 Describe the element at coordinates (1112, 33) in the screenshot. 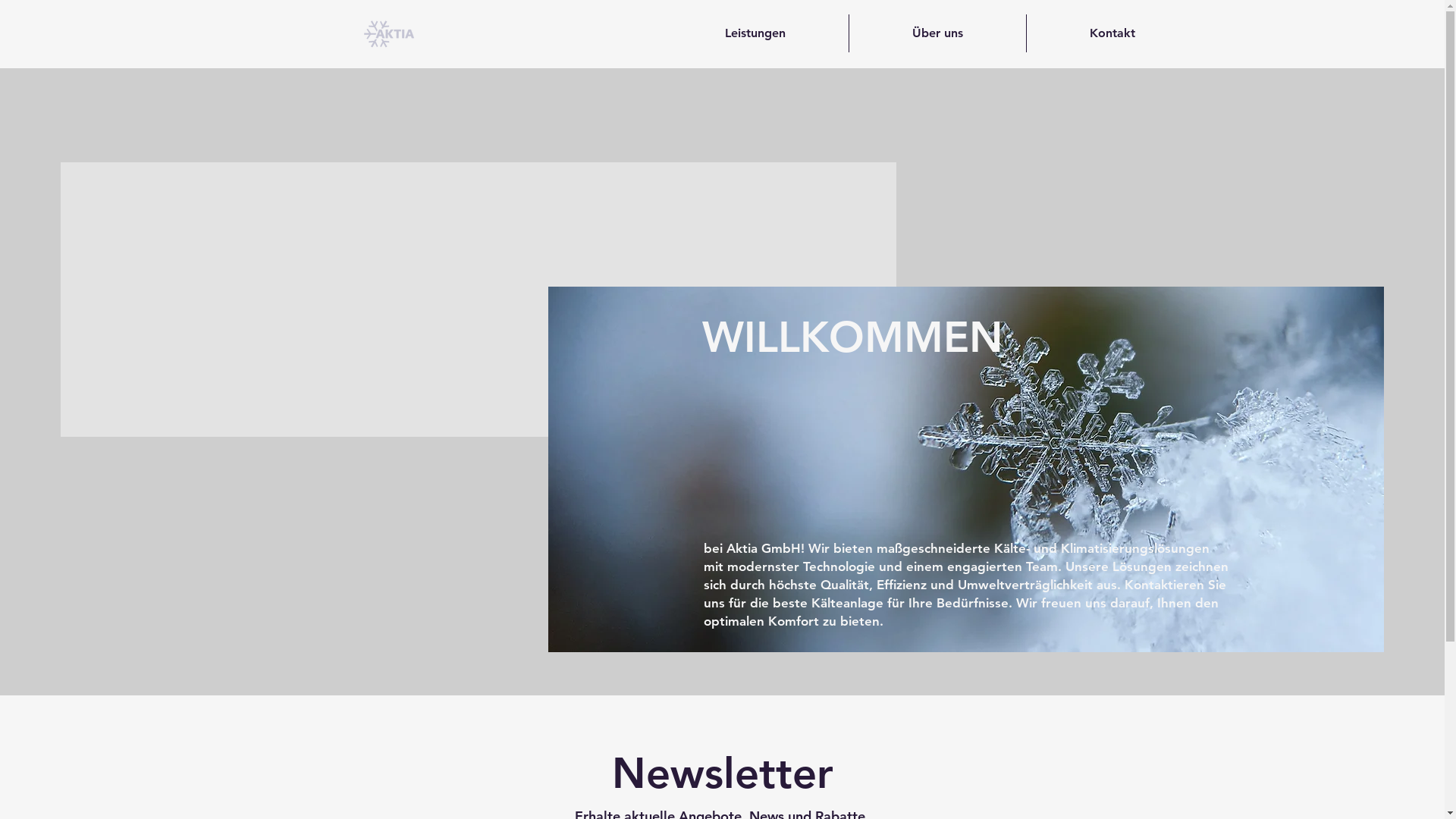

I see `'Kontakt'` at that location.